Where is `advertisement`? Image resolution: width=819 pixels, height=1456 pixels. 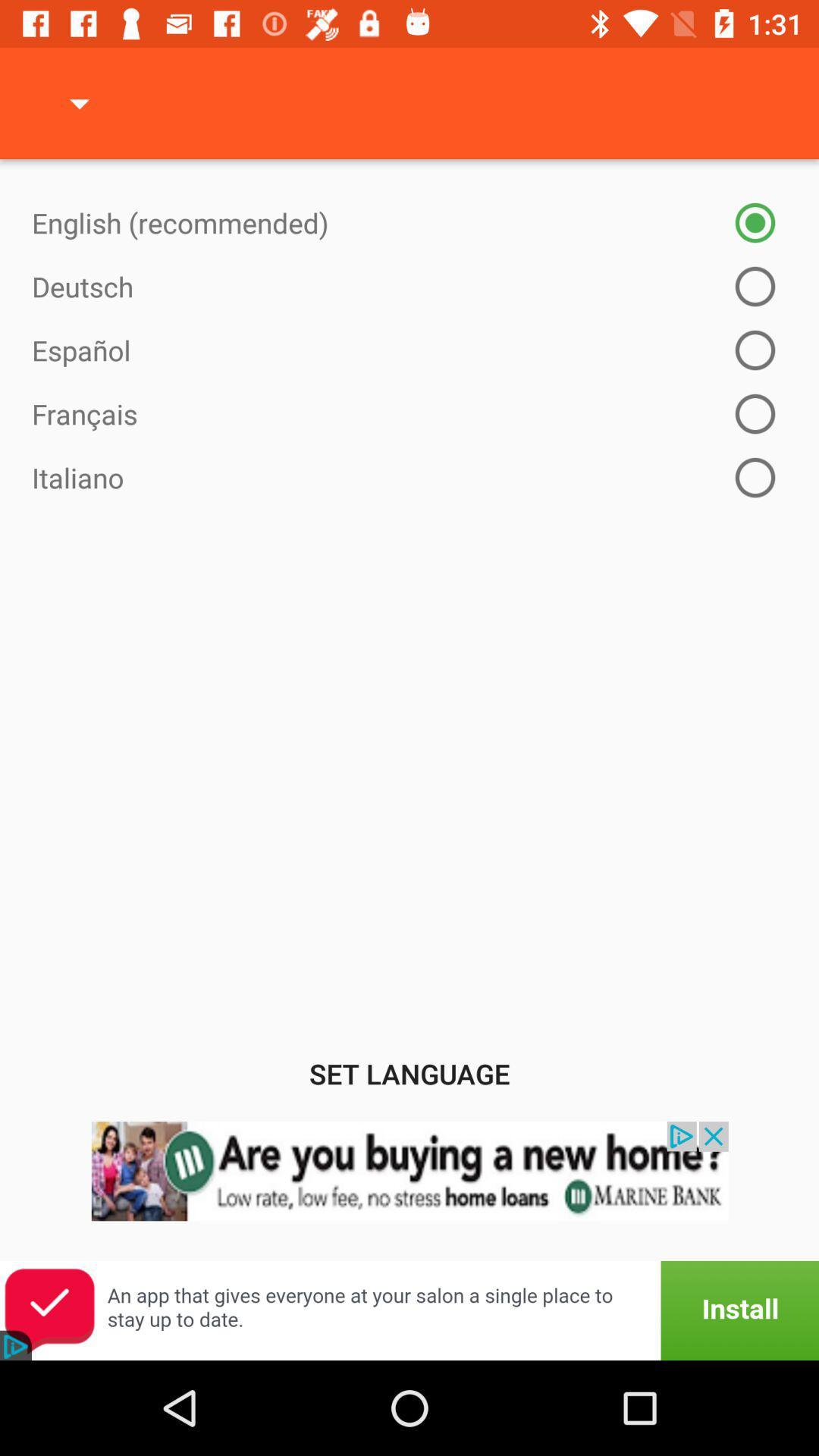
advertisement is located at coordinates (409, 1190).